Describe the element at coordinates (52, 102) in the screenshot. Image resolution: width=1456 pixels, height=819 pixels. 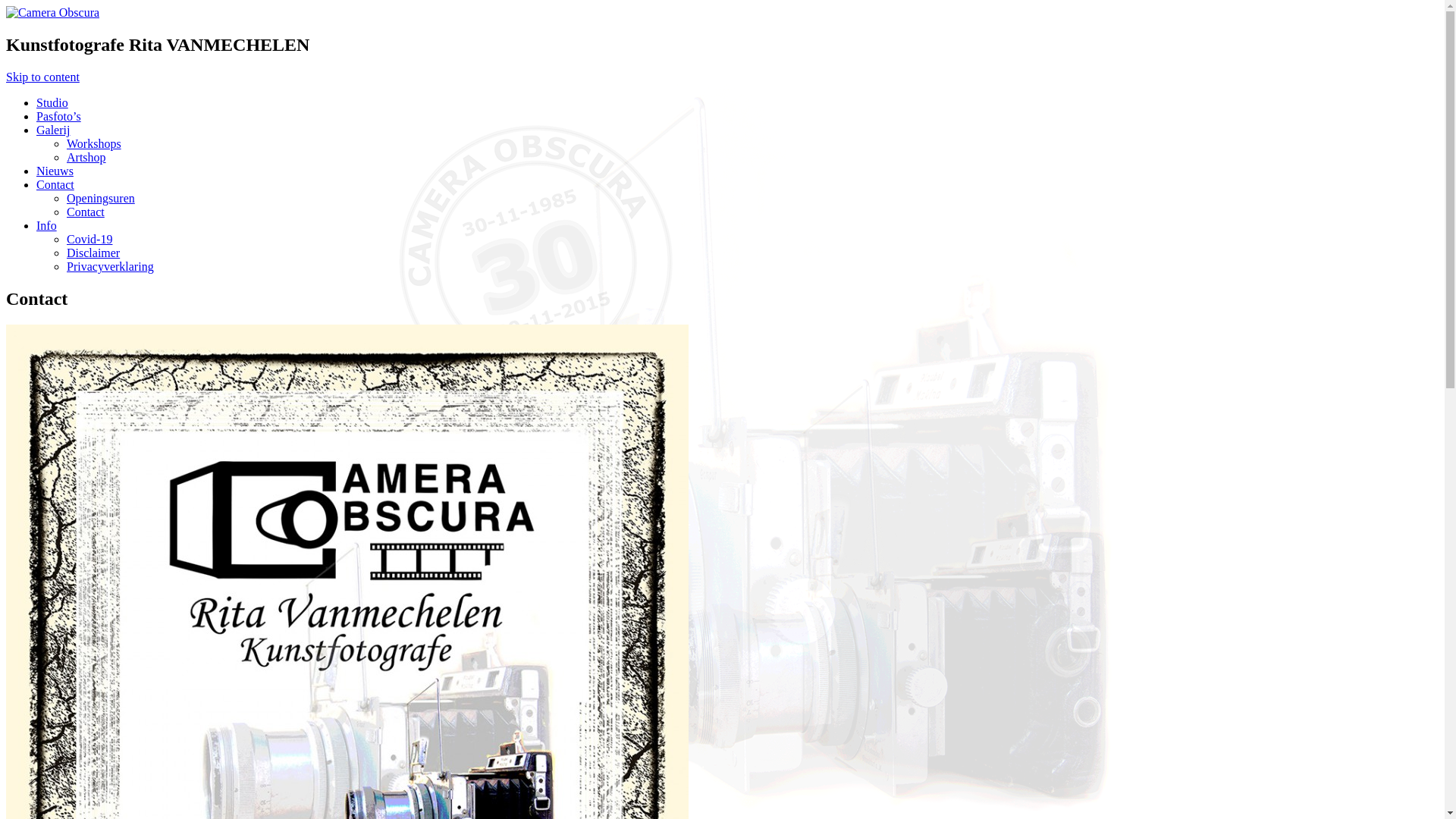
I see `'Studio'` at that location.